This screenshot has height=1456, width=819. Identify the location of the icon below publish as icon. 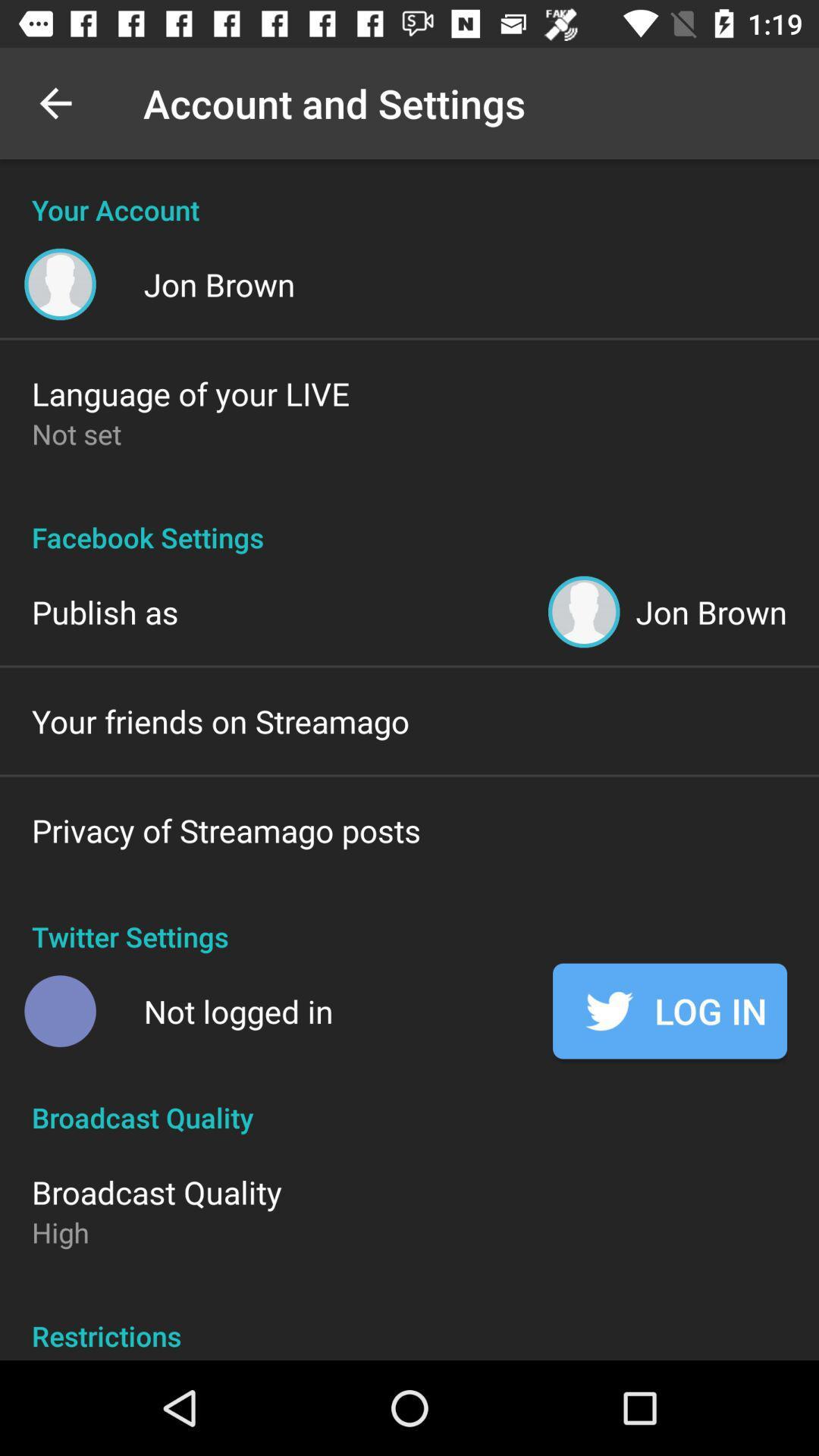
(220, 720).